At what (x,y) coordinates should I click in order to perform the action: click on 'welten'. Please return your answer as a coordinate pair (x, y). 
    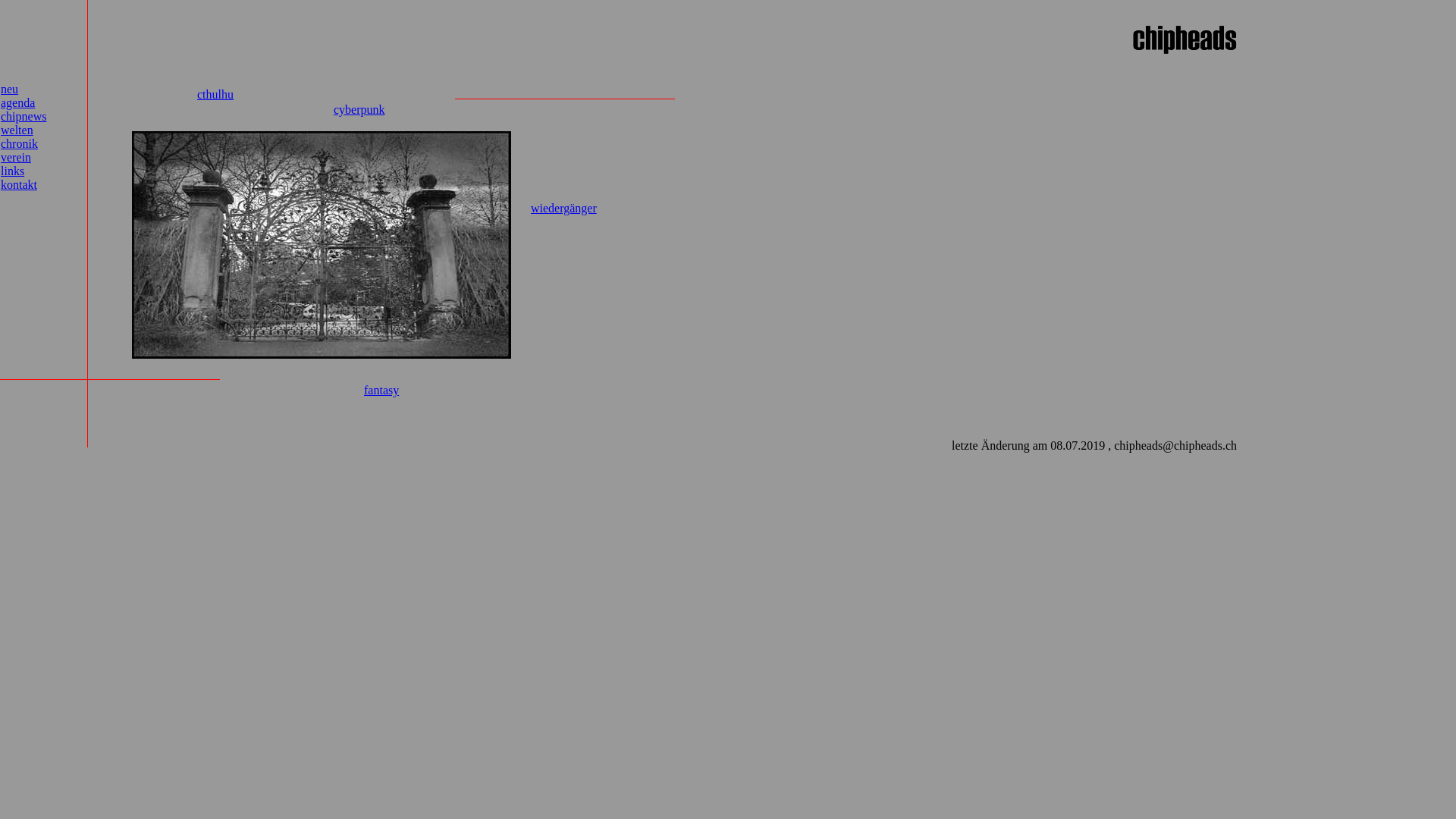
    Looking at the image, I should click on (17, 129).